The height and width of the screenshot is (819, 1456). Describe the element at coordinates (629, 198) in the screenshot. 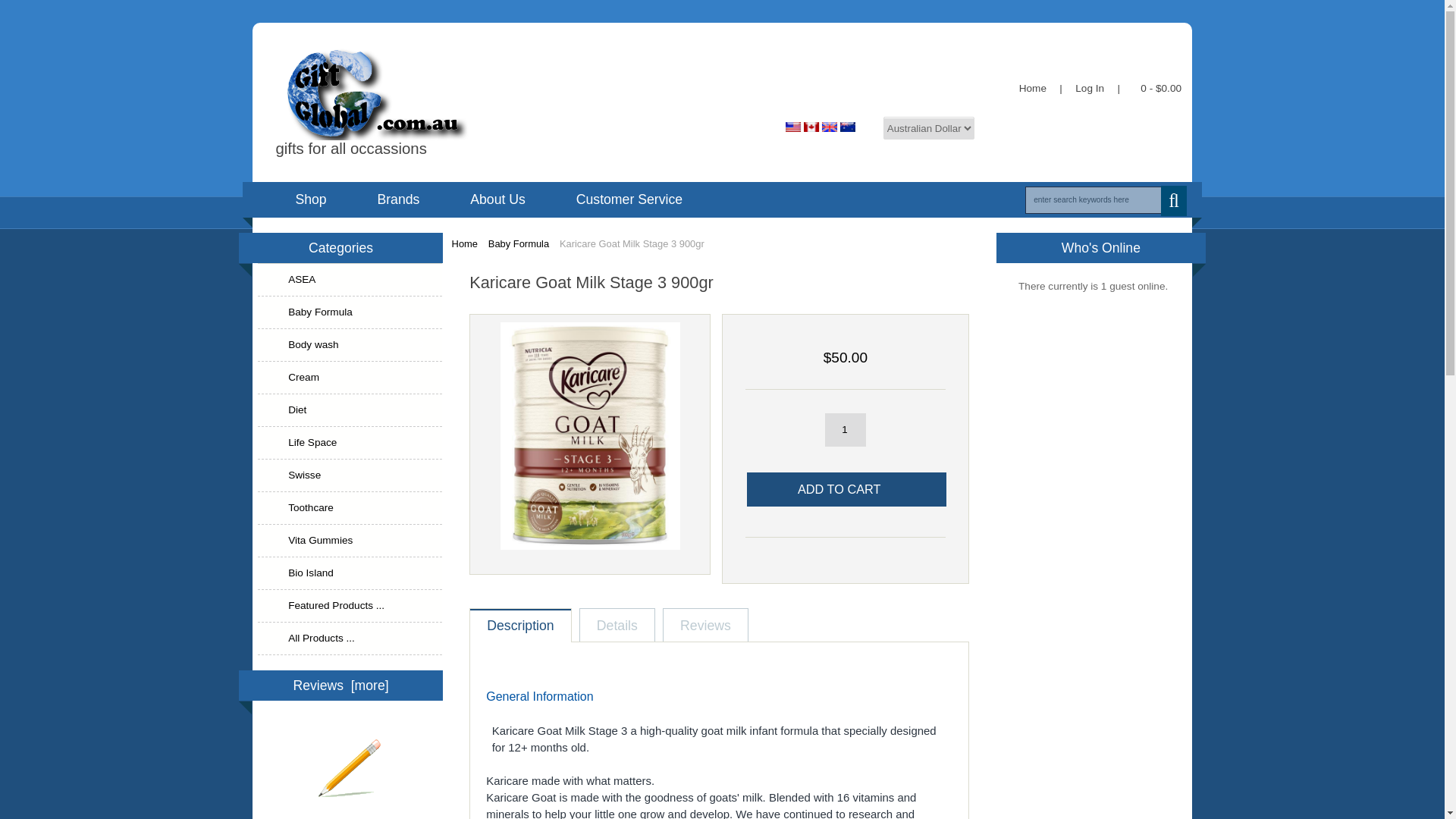

I see `'Customer Service'` at that location.